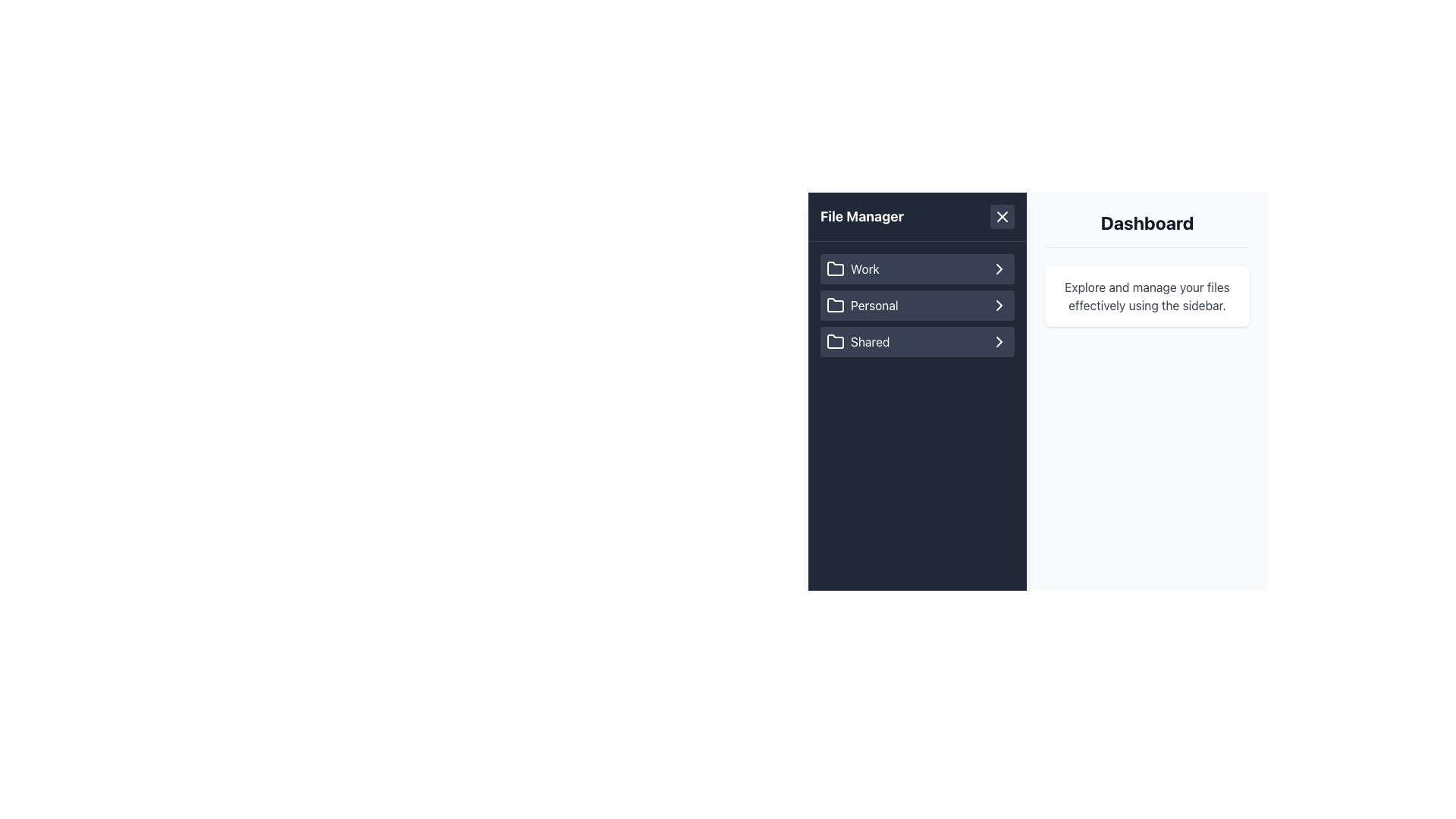  Describe the element at coordinates (1147, 296) in the screenshot. I see `the text label that contains the message 'Explore and manage your files effectively using the sidebar.' styled in gray font, located in the right section of the interface within the 'Dashboard' area` at that location.